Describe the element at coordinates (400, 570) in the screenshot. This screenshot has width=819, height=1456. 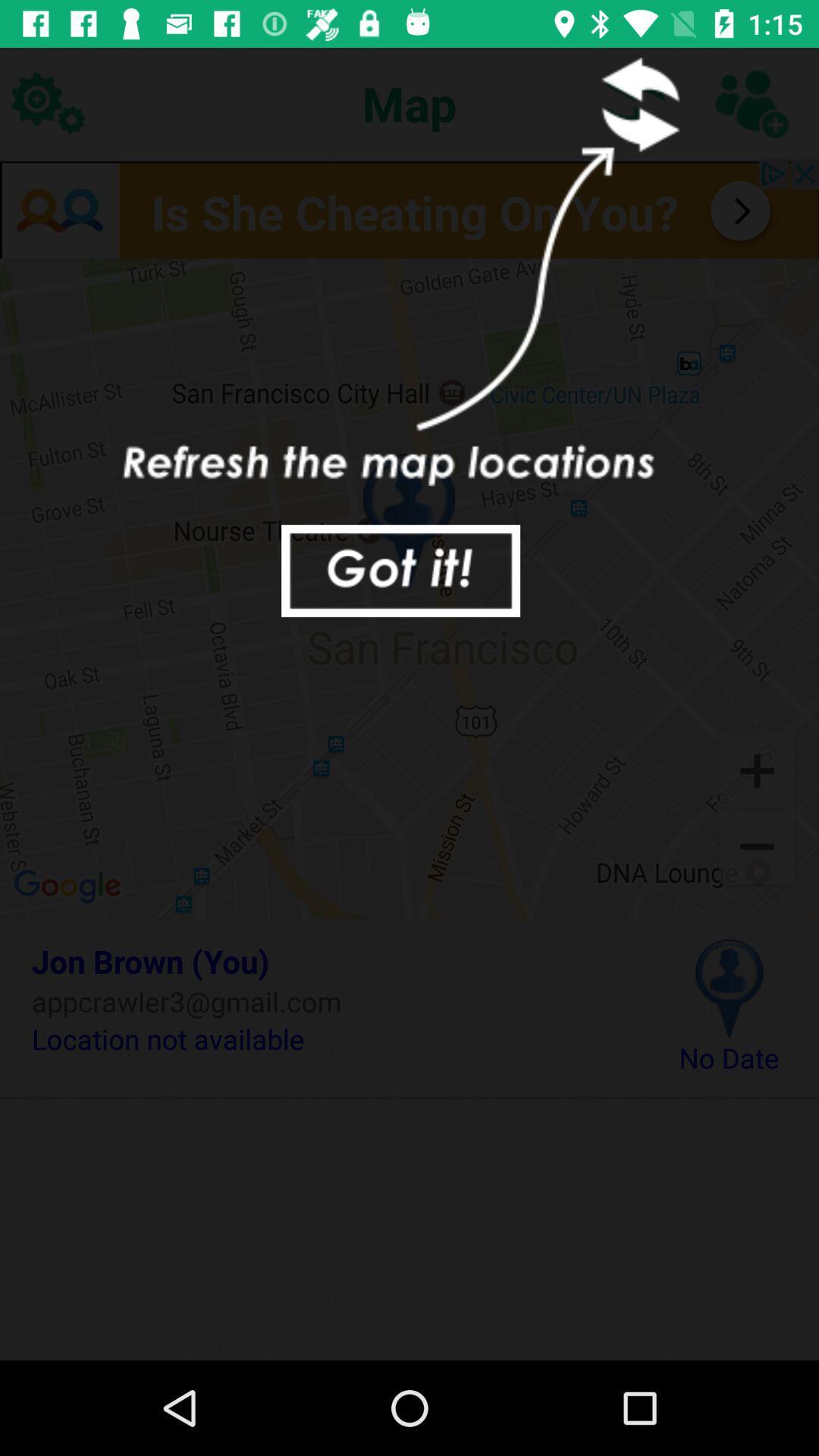
I see `got it` at that location.